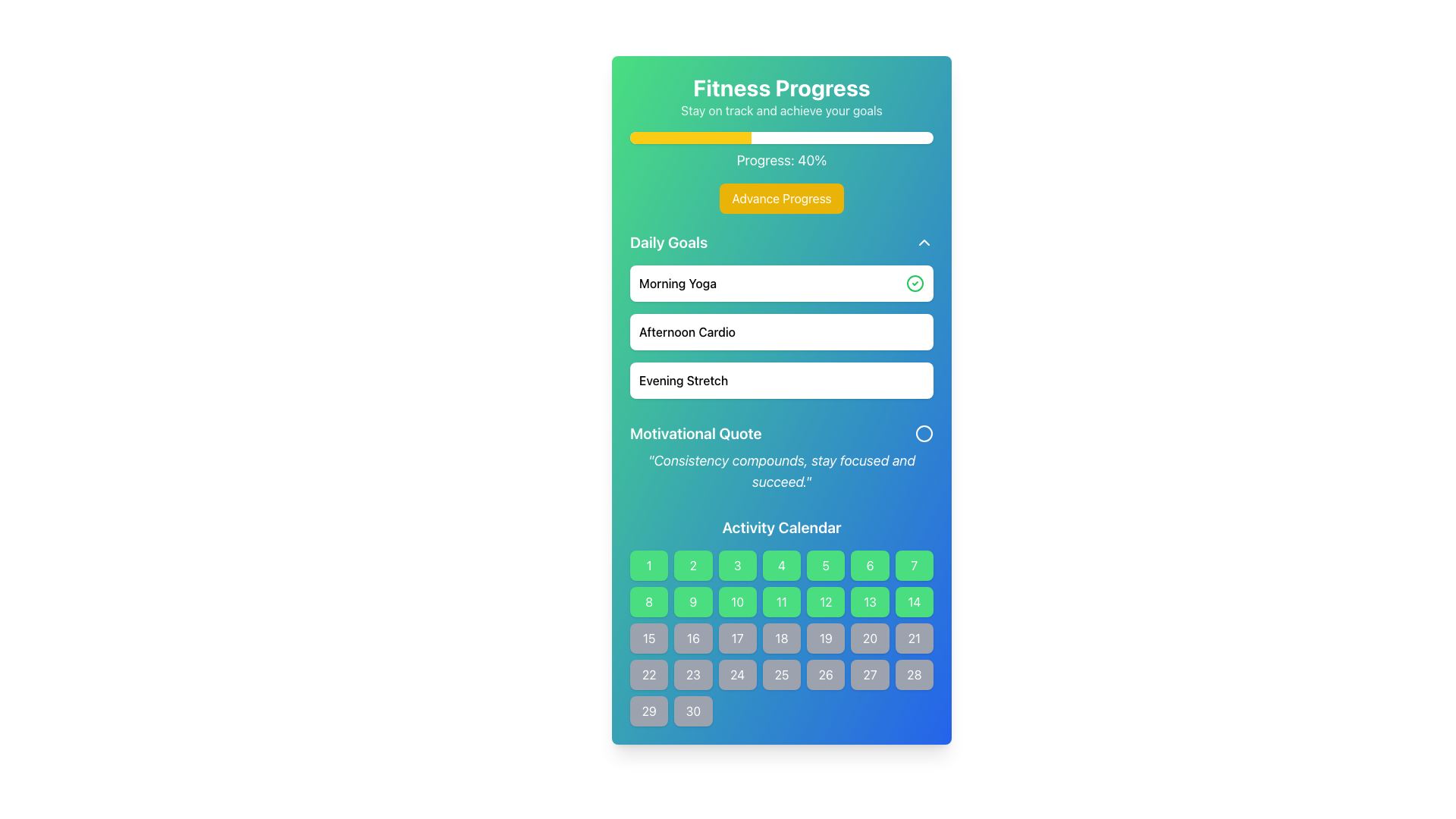 The width and height of the screenshot is (1456, 819). What do you see at coordinates (913, 565) in the screenshot?
I see `the square-shaped button with a green background and white text displaying '7', located in the 'Activity Calendar' grid layout` at bounding box center [913, 565].